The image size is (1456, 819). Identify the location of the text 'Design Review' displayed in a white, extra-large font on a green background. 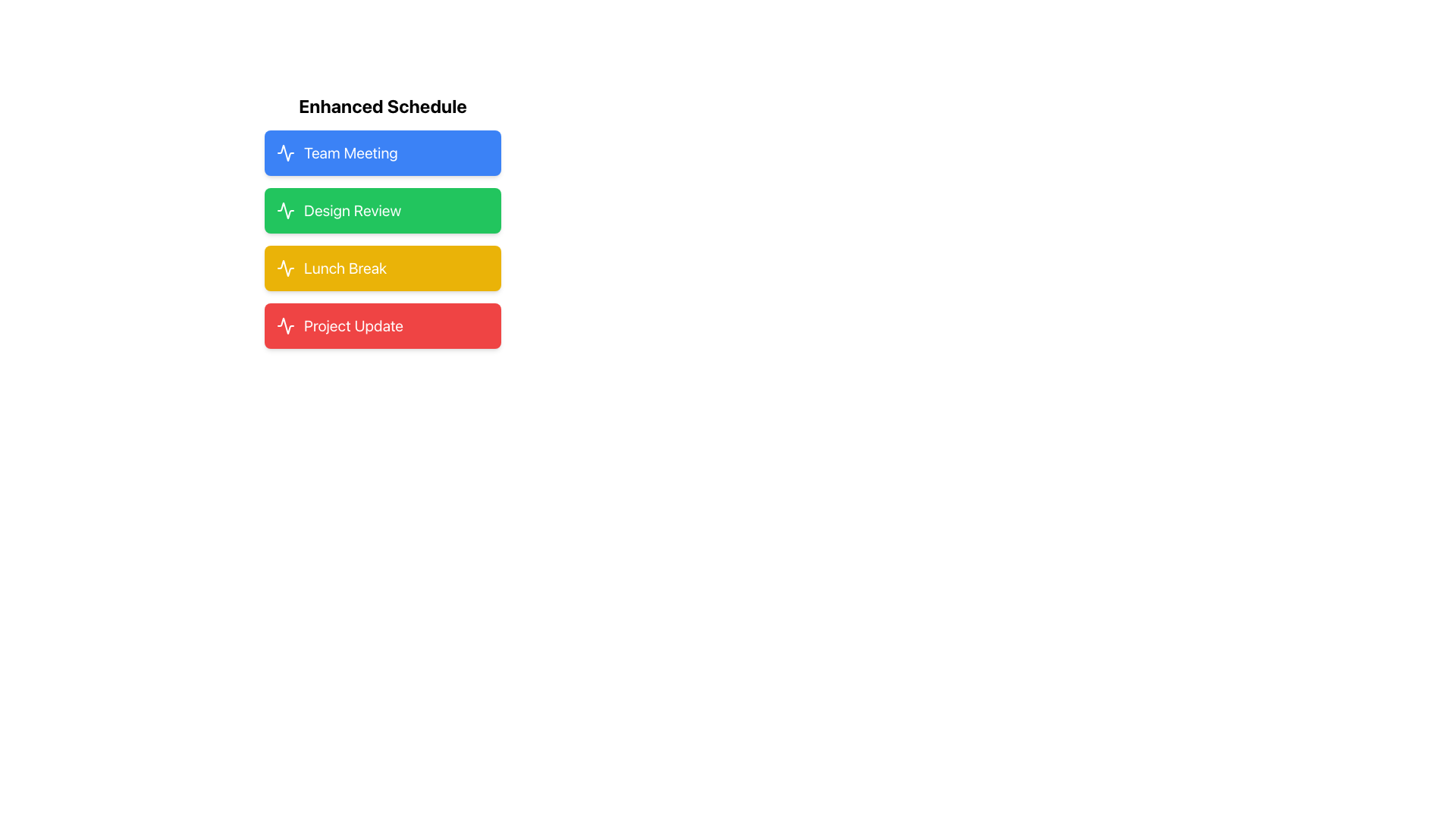
(352, 210).